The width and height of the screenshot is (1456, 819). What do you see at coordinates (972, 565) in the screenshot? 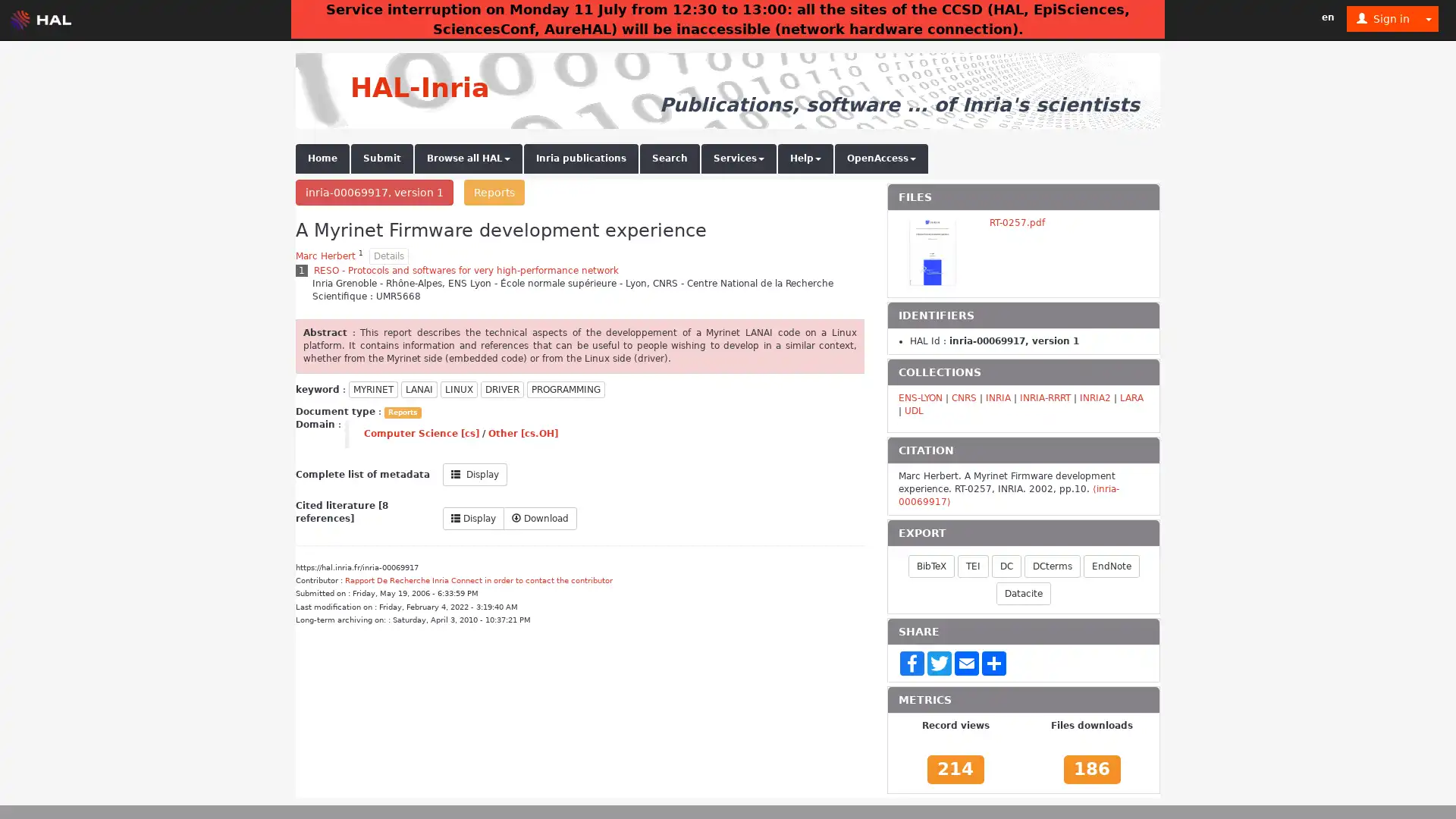
I see `TEI` at bounding box center [972, 565].